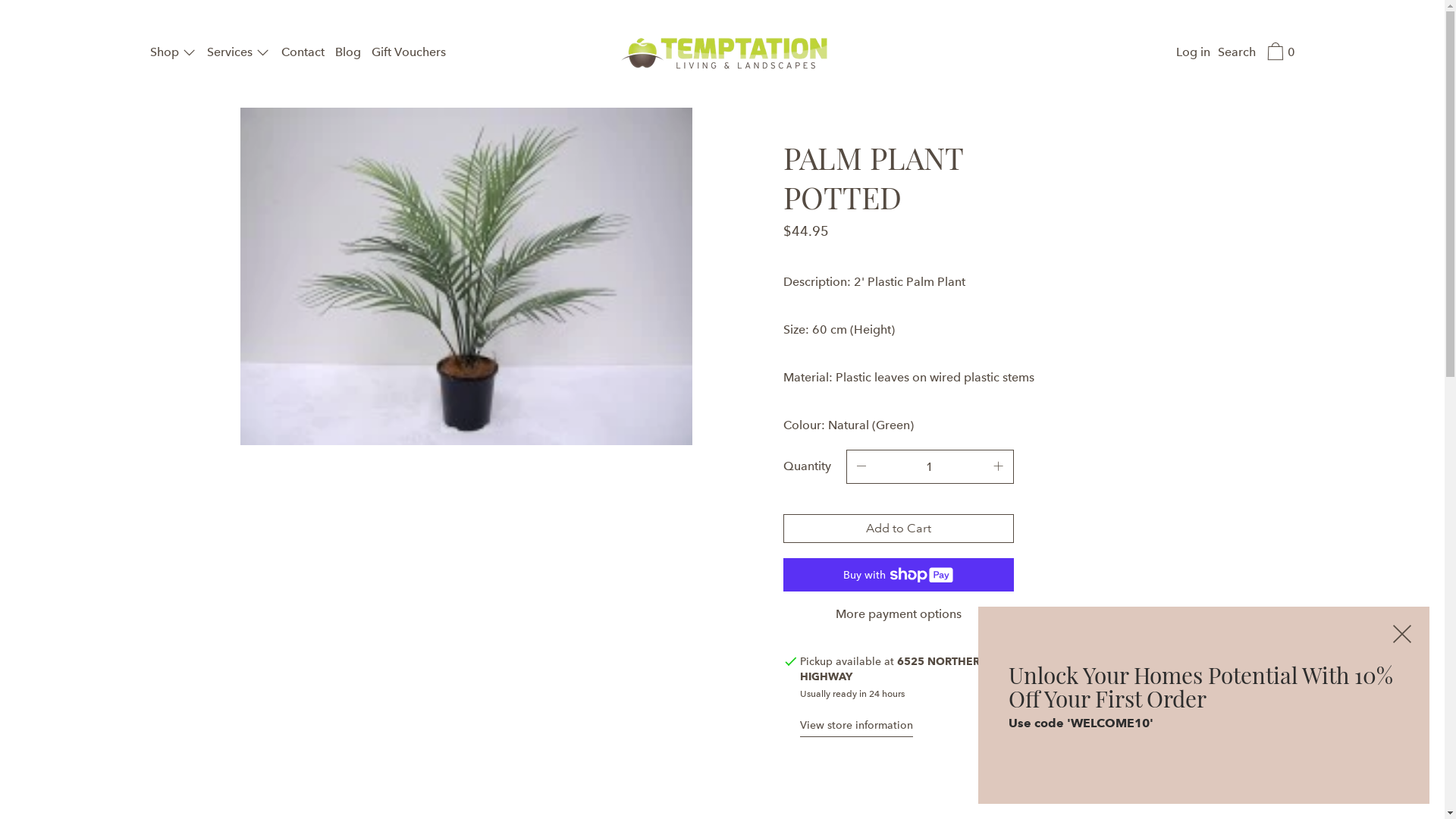  I want to click on 'Shop', so click(146, 52).